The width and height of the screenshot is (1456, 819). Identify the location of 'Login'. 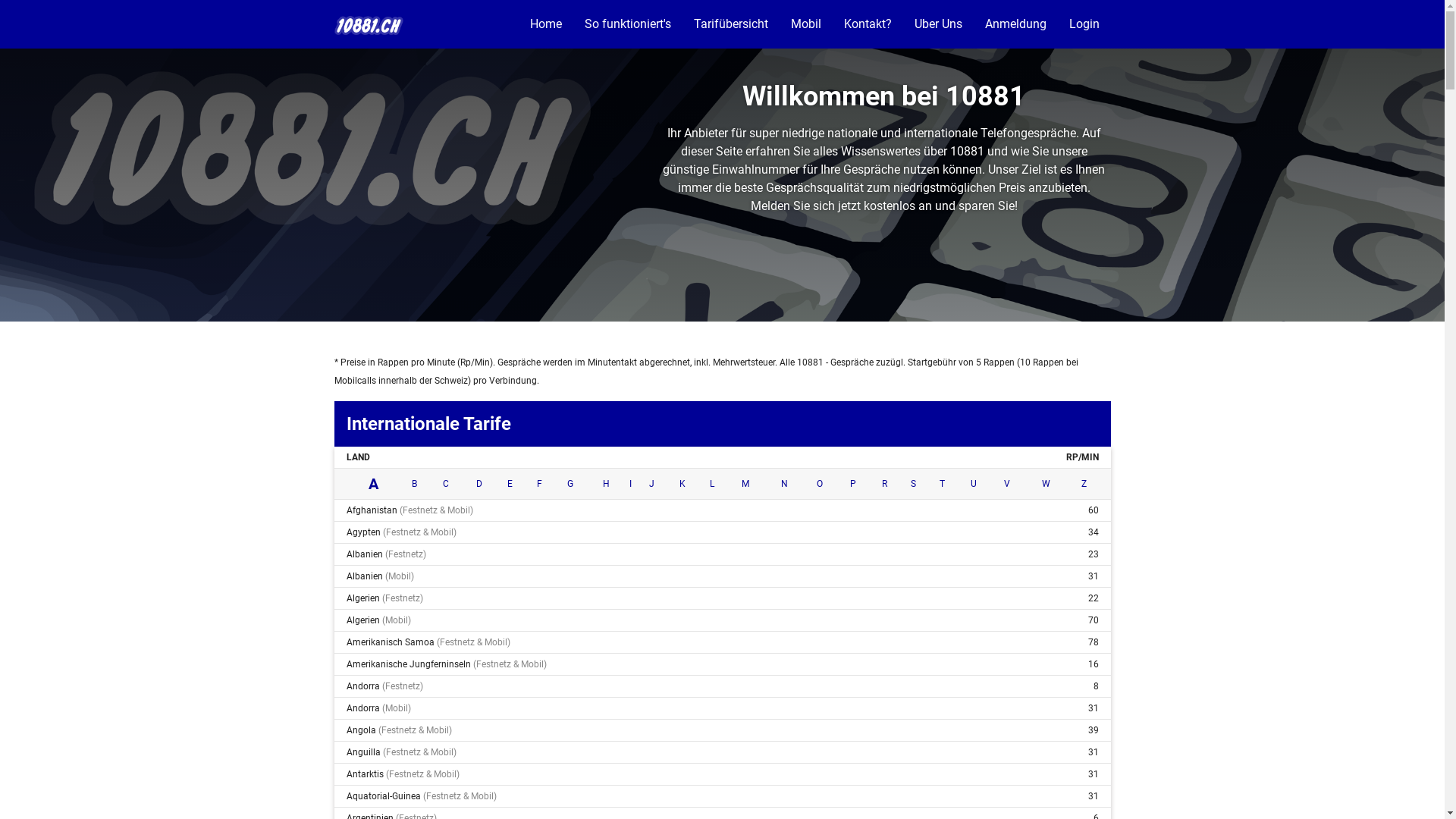
(1083, 24).